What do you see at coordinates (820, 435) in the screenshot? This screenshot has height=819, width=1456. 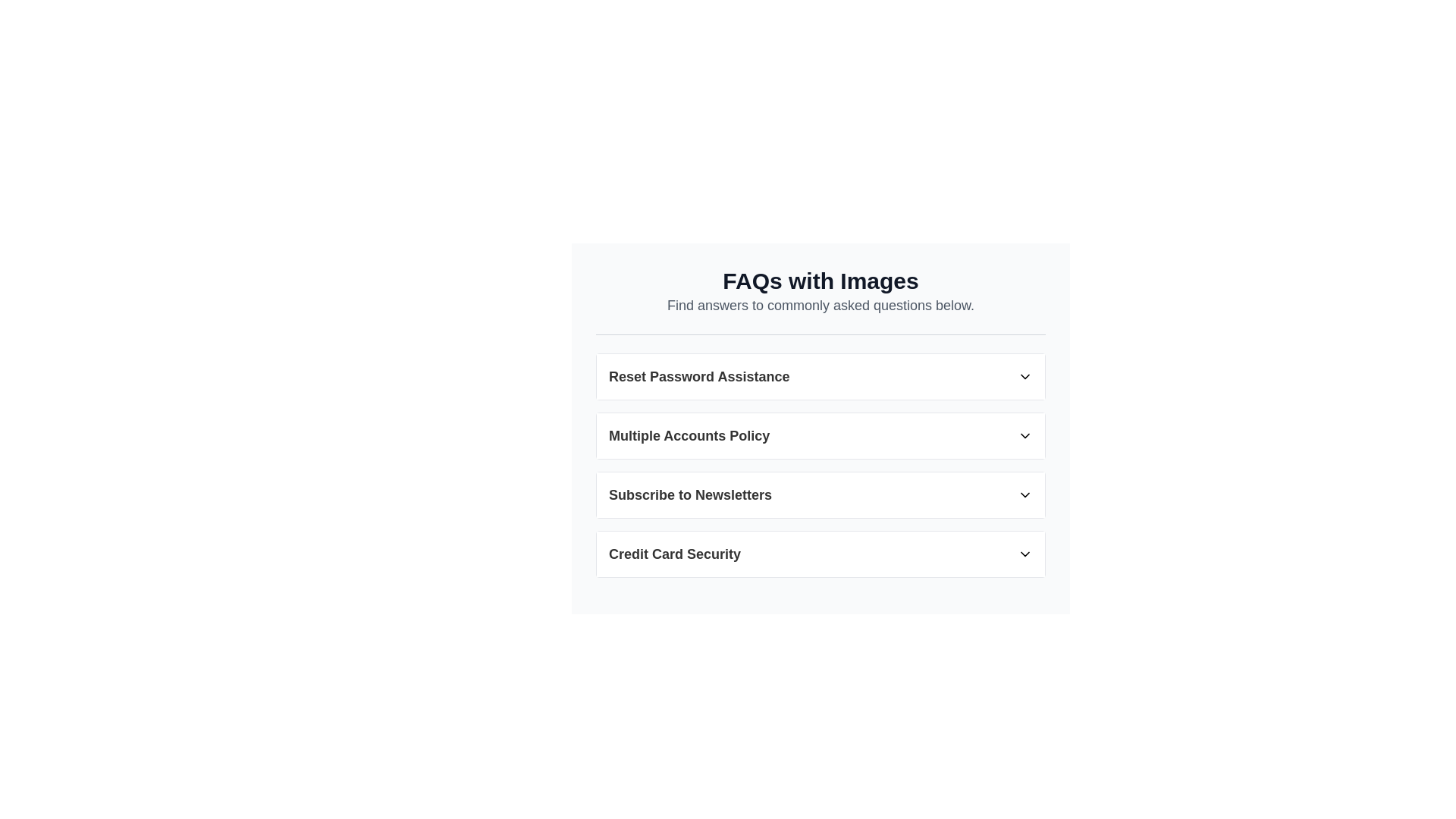 I see `the 'Multiple Accounts Policy' accordion header` at bounding box center [820, 435].